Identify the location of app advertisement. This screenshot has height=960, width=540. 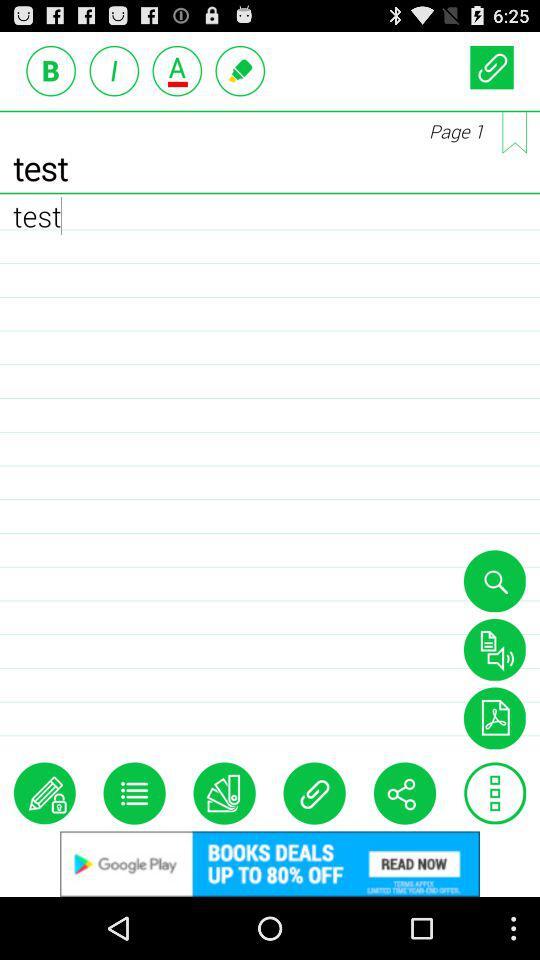
(270, 863).